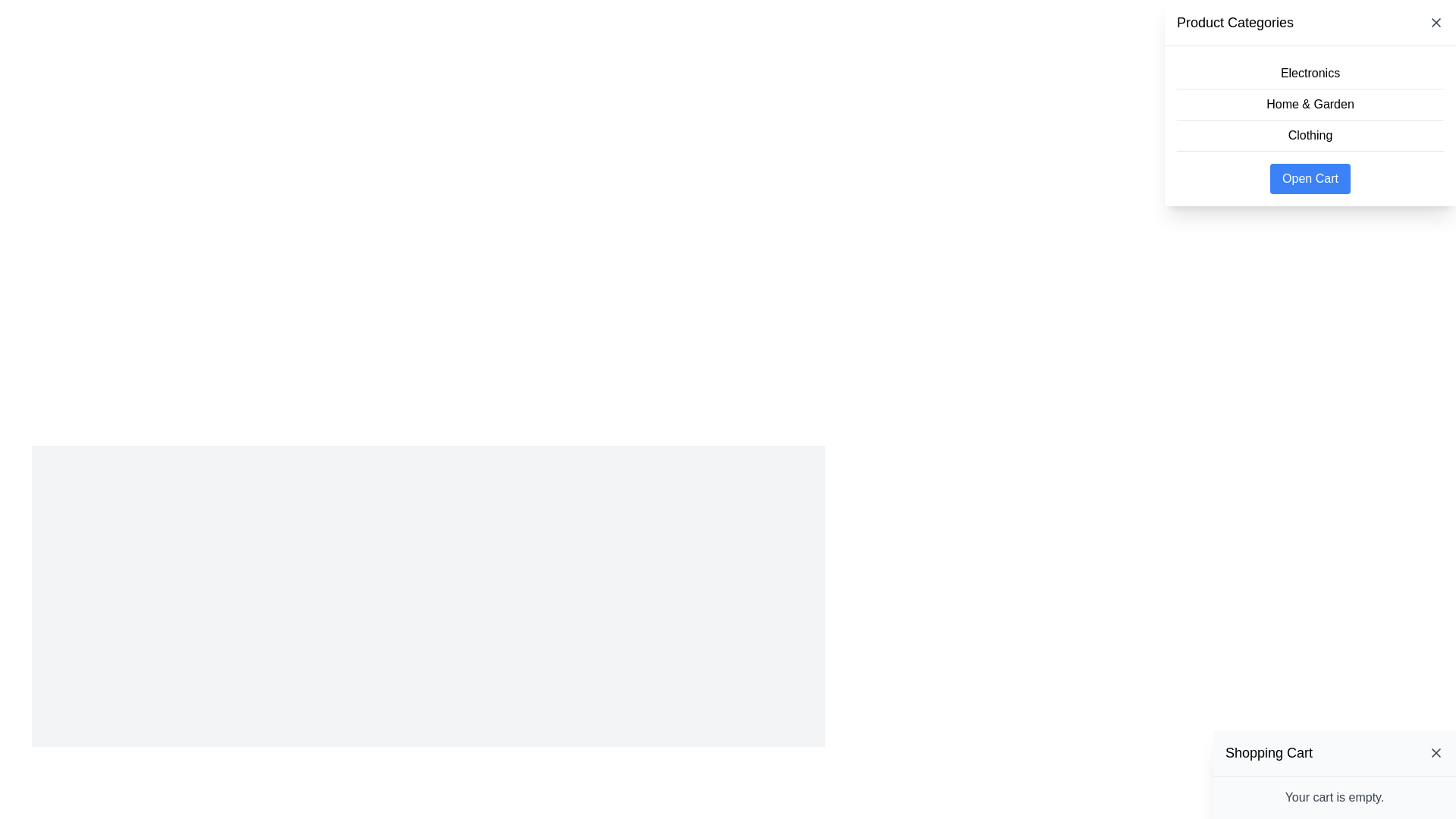 The image size is (1456, 819). I want to click on the close button (X shape) in the top right corner of the Shopping Cart panel, so click(1436, 752).